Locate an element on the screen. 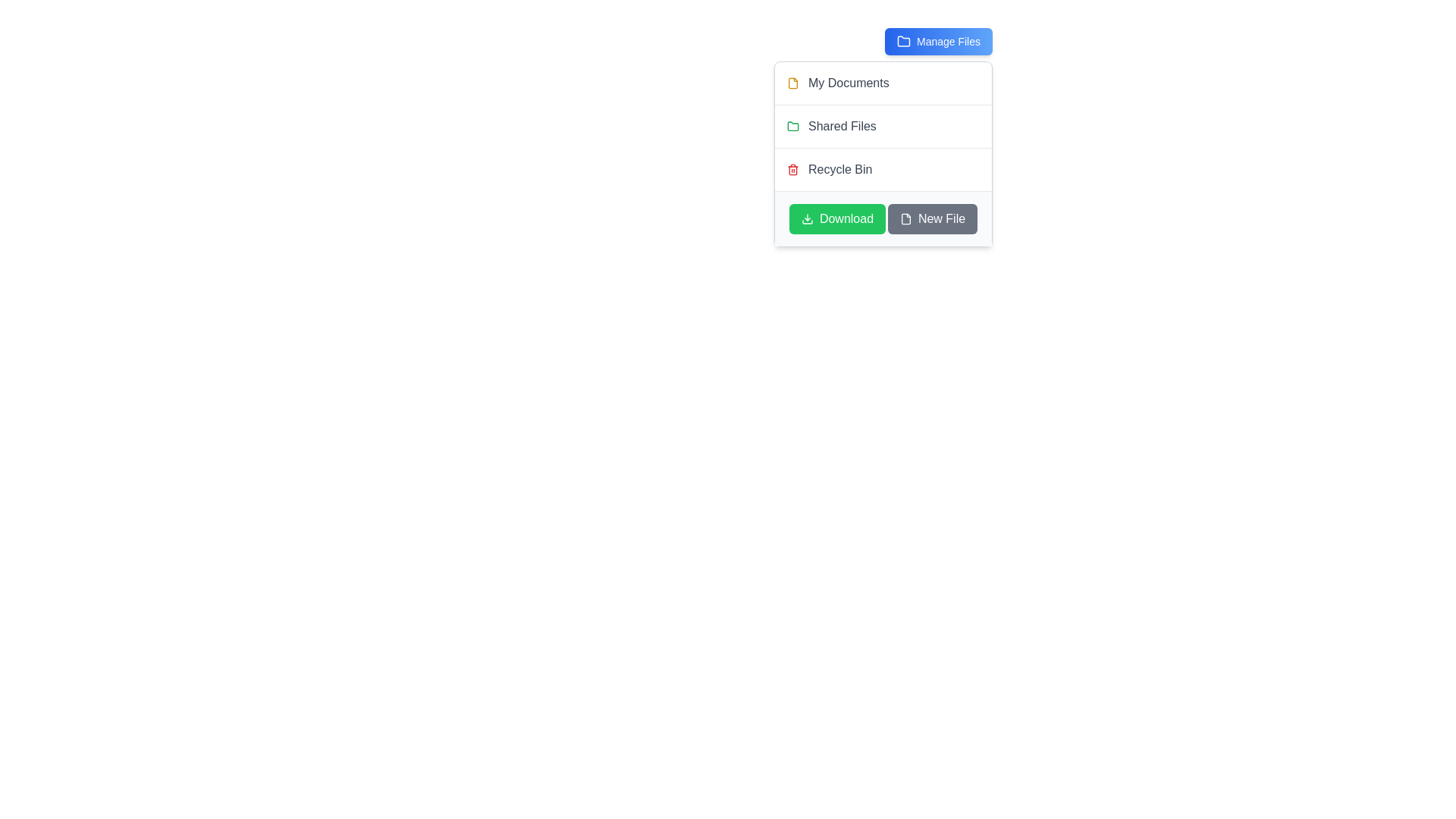  an item from the vertically stacked Menu List containing 'My Documents,' 'Shared Files,' and 'Recycle Bin' for further actions is located at coordinates (883, 125).